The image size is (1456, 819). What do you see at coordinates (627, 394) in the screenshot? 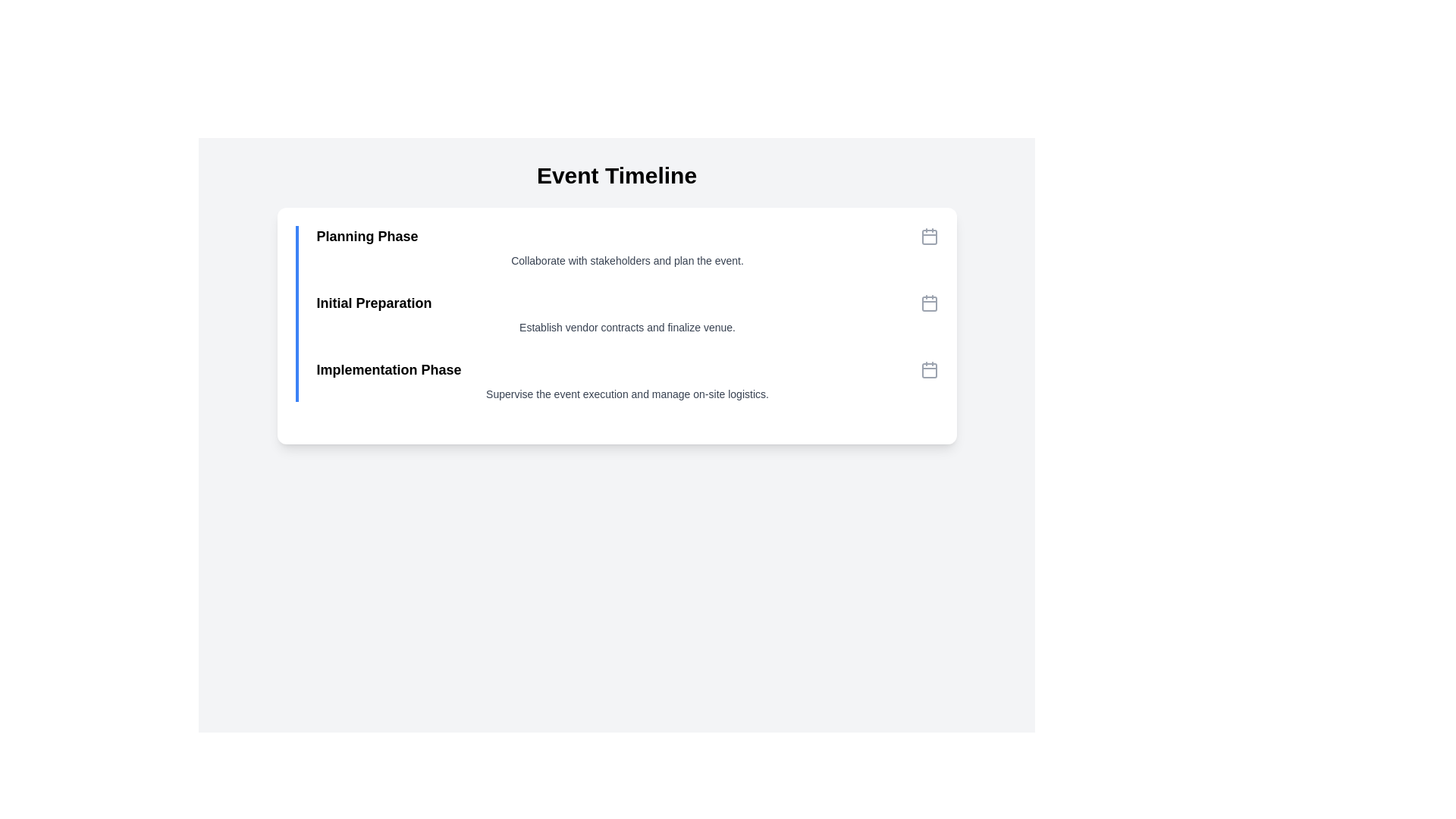
I see `the text element that reads 'Supervise the event execution and manage on-site logistics.' located at the end of the 'Implementation Phase' section in the event timeline` at bounding box center [627, 394].